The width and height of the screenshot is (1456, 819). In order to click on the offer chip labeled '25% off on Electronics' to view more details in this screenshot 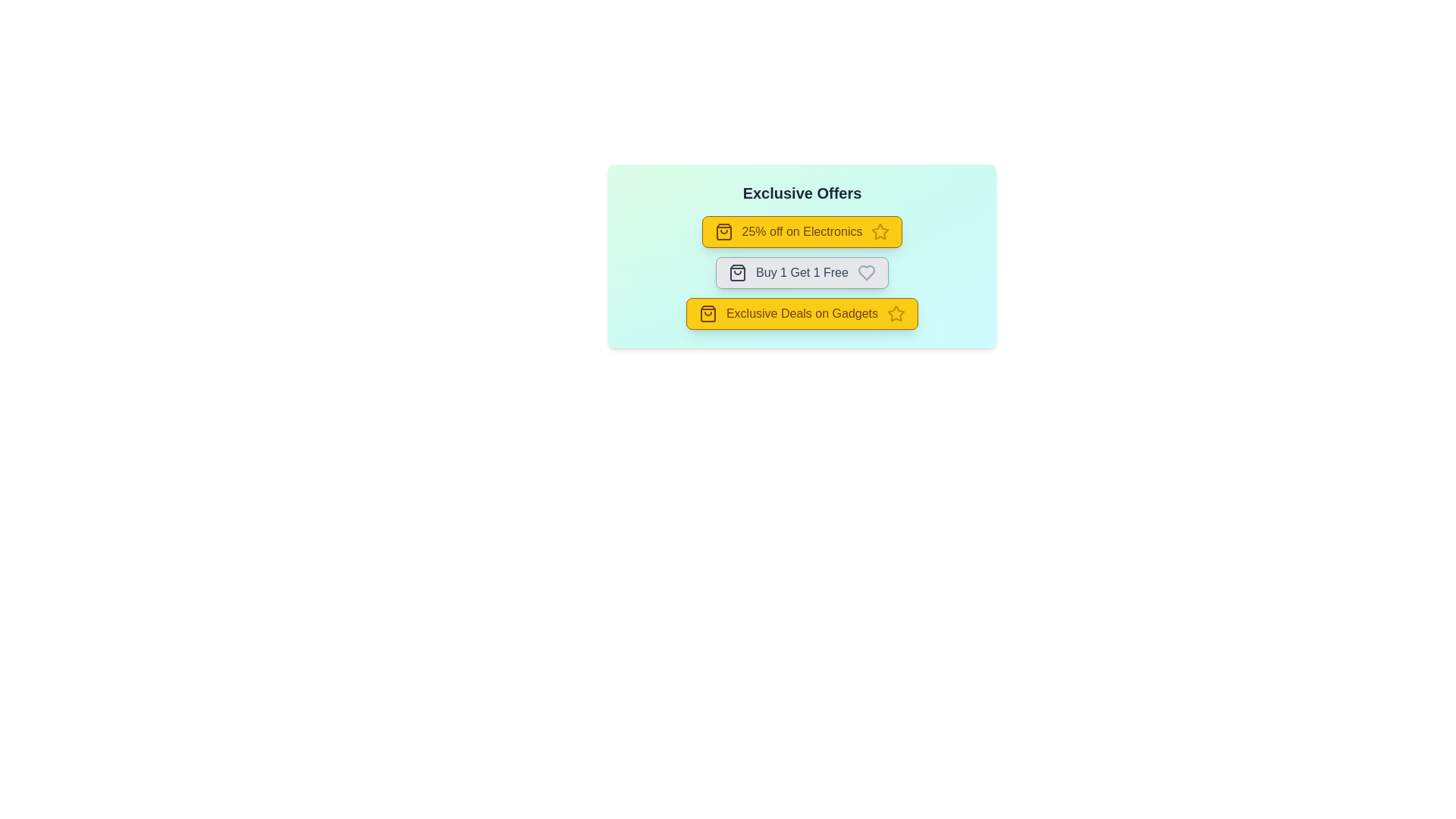, I will do `click(801, 231)`.